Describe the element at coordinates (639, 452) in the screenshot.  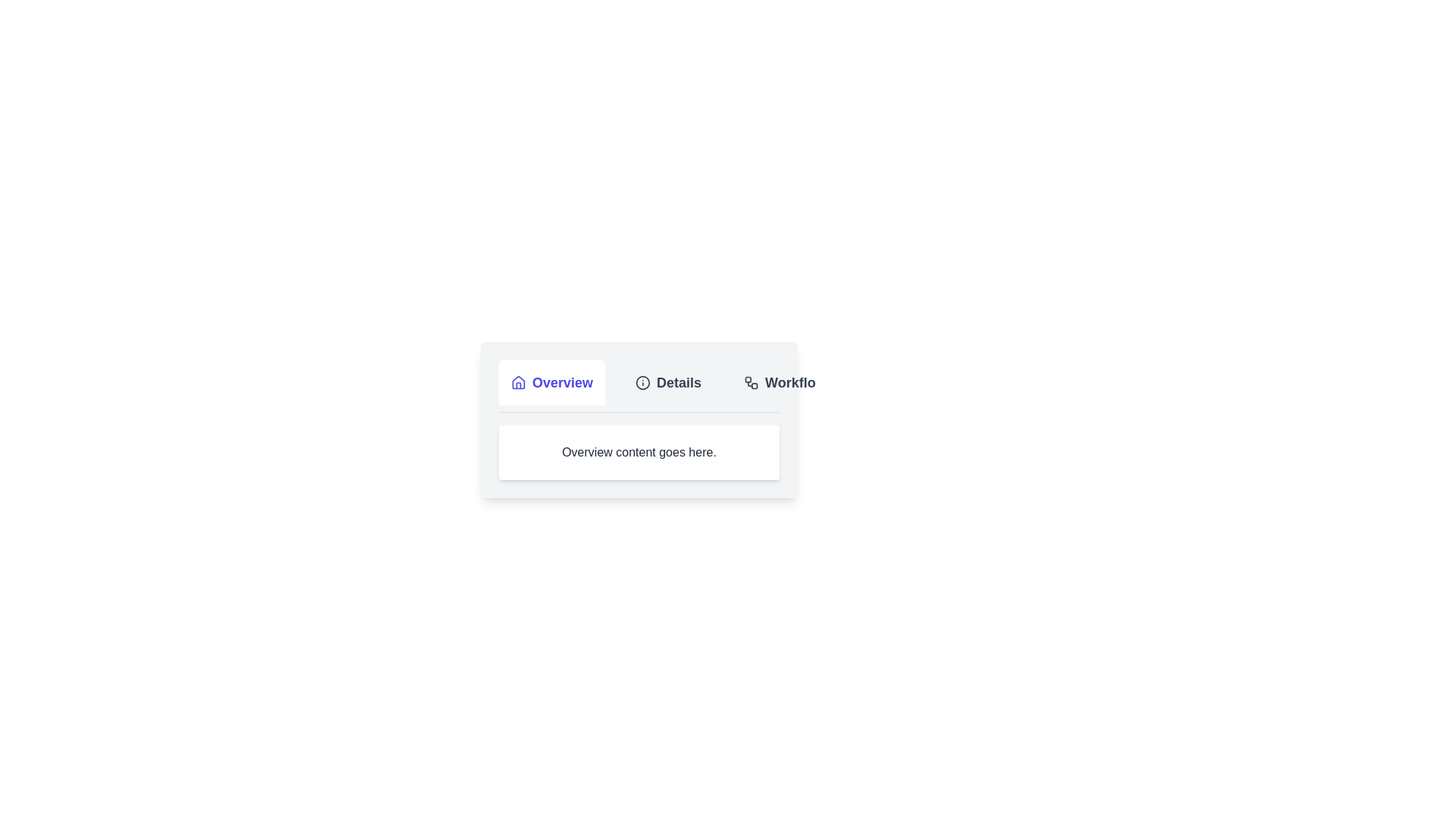
I see `the static text box with the centered text 'Overview content goes here,' which is located directly below the navigation bar` at that location.